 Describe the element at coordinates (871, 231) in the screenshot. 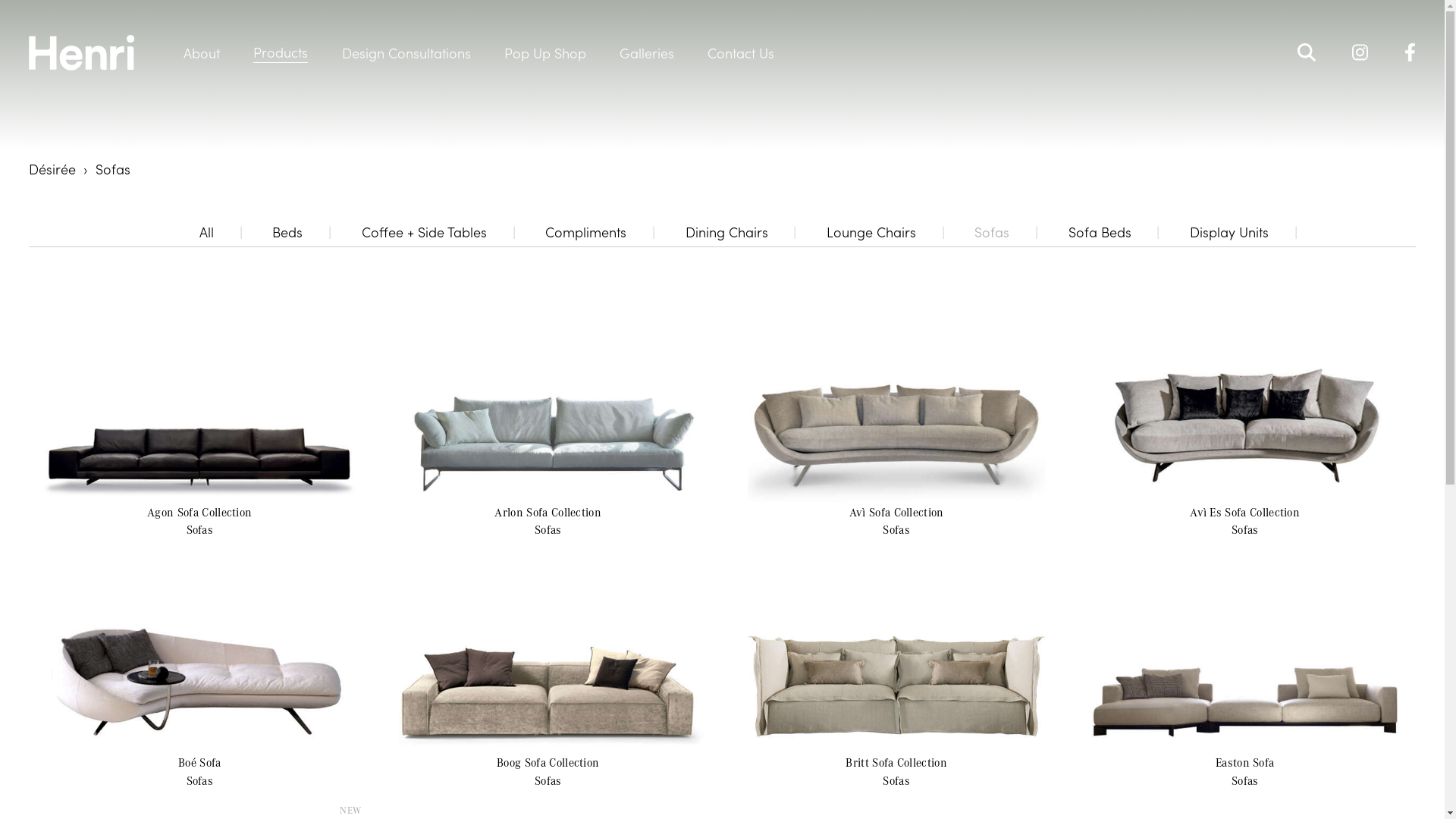

I see `'Lounge Chairs'` at that location.